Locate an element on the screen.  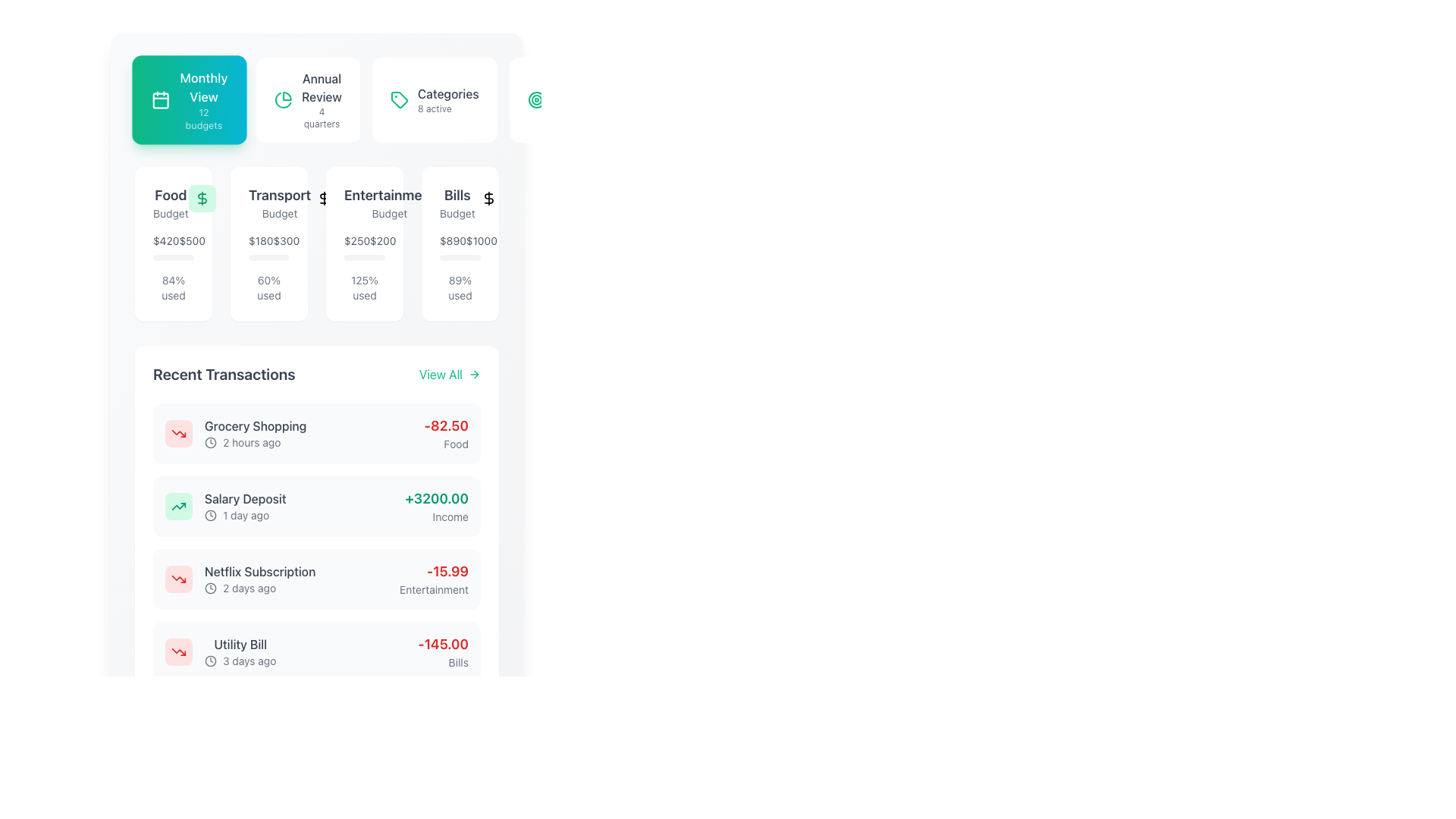
the bold, red-colored text displaying the value '-82.50' in the 'Recent Transactions' section, which is to the right of the 'Grocery Shopping' label is located at coordinates (445, 426).